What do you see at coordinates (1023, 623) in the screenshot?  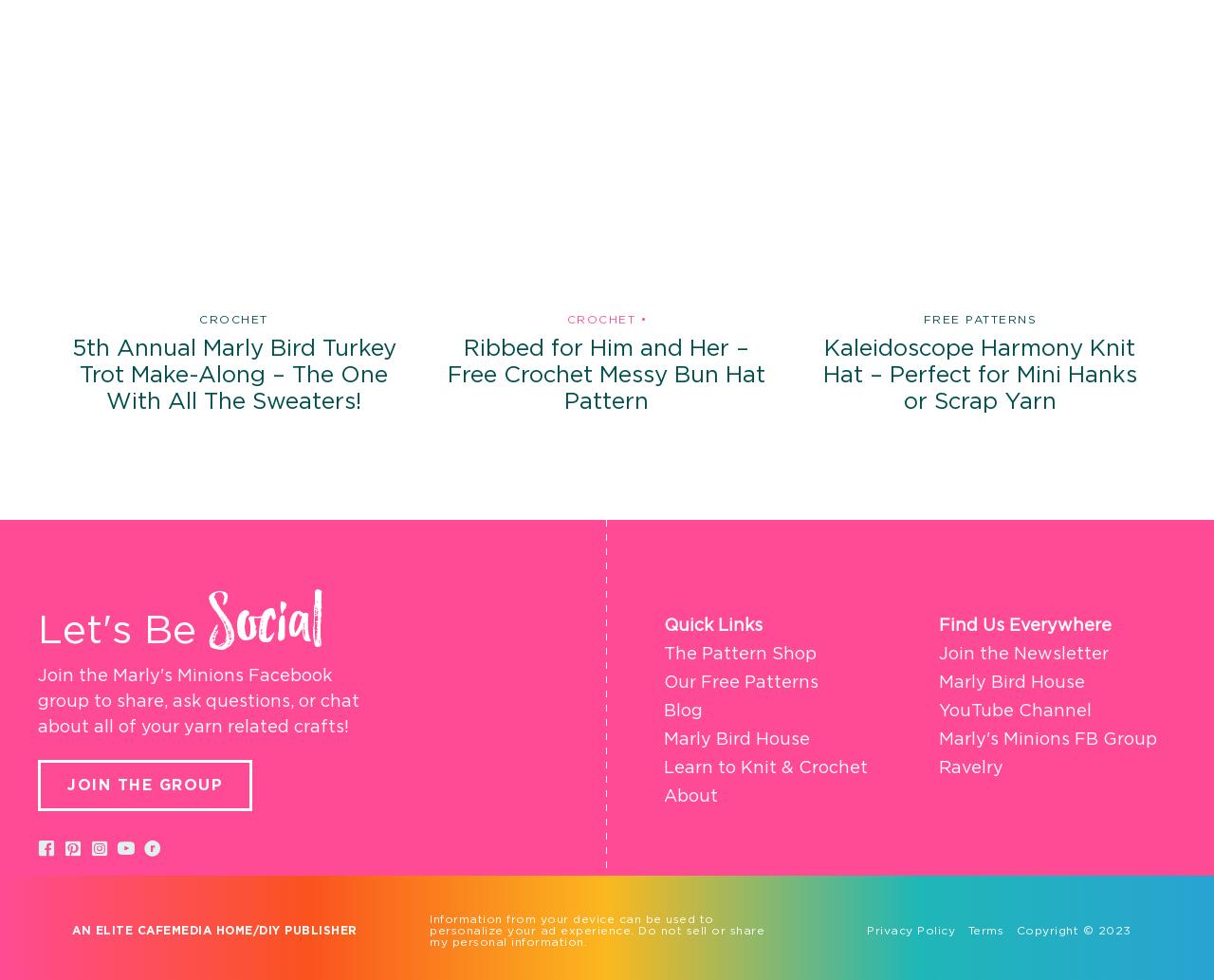 I see `'Find Us Everywhere'` at bounding box center [1023, 623].